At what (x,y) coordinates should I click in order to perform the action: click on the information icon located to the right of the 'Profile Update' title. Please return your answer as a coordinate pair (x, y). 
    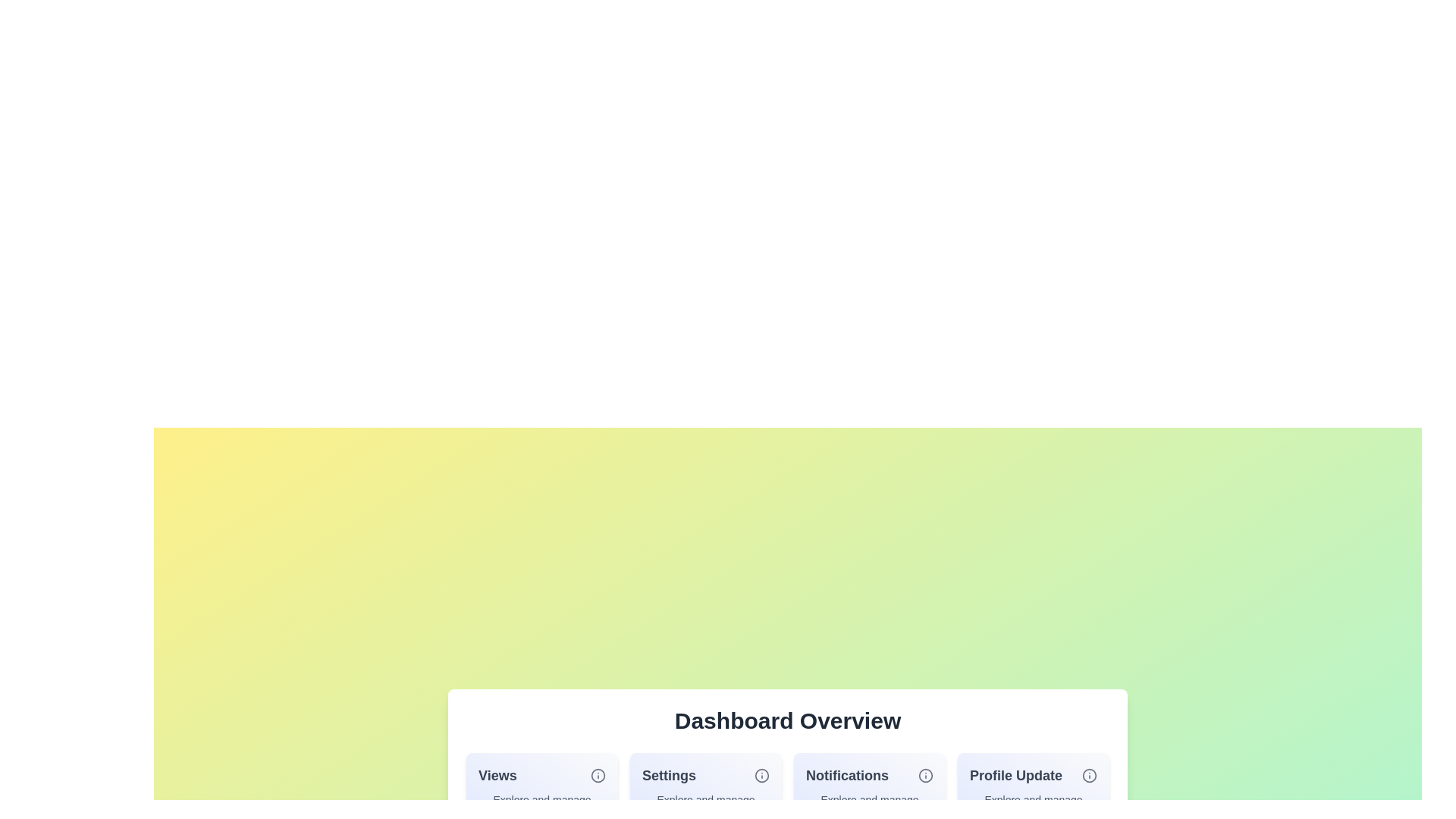
    Looking at the image, I should click on (1088, 775).